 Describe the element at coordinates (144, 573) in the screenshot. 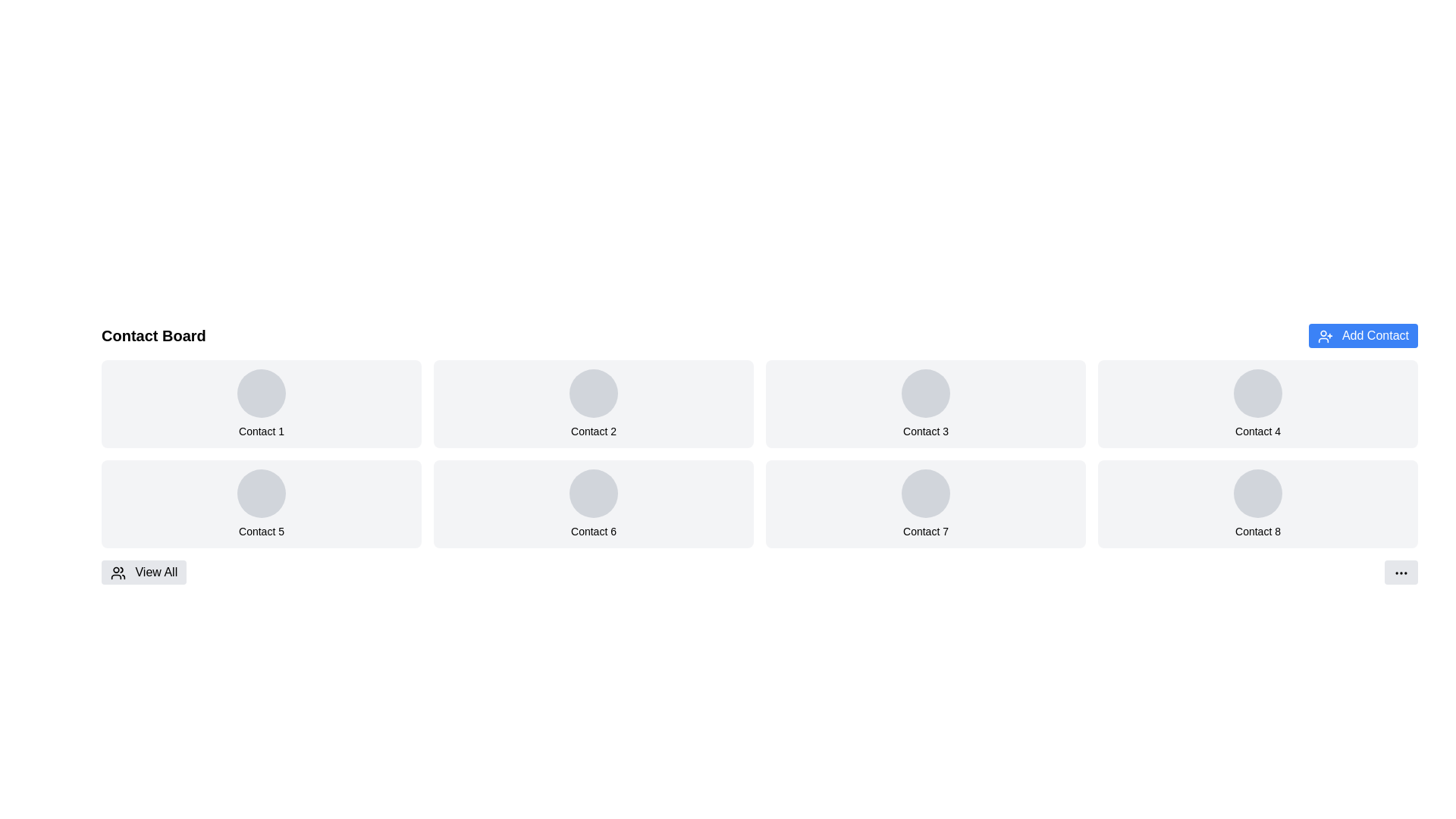

I see `the button that reveals a full list of contacts to observe a state change` at that location.